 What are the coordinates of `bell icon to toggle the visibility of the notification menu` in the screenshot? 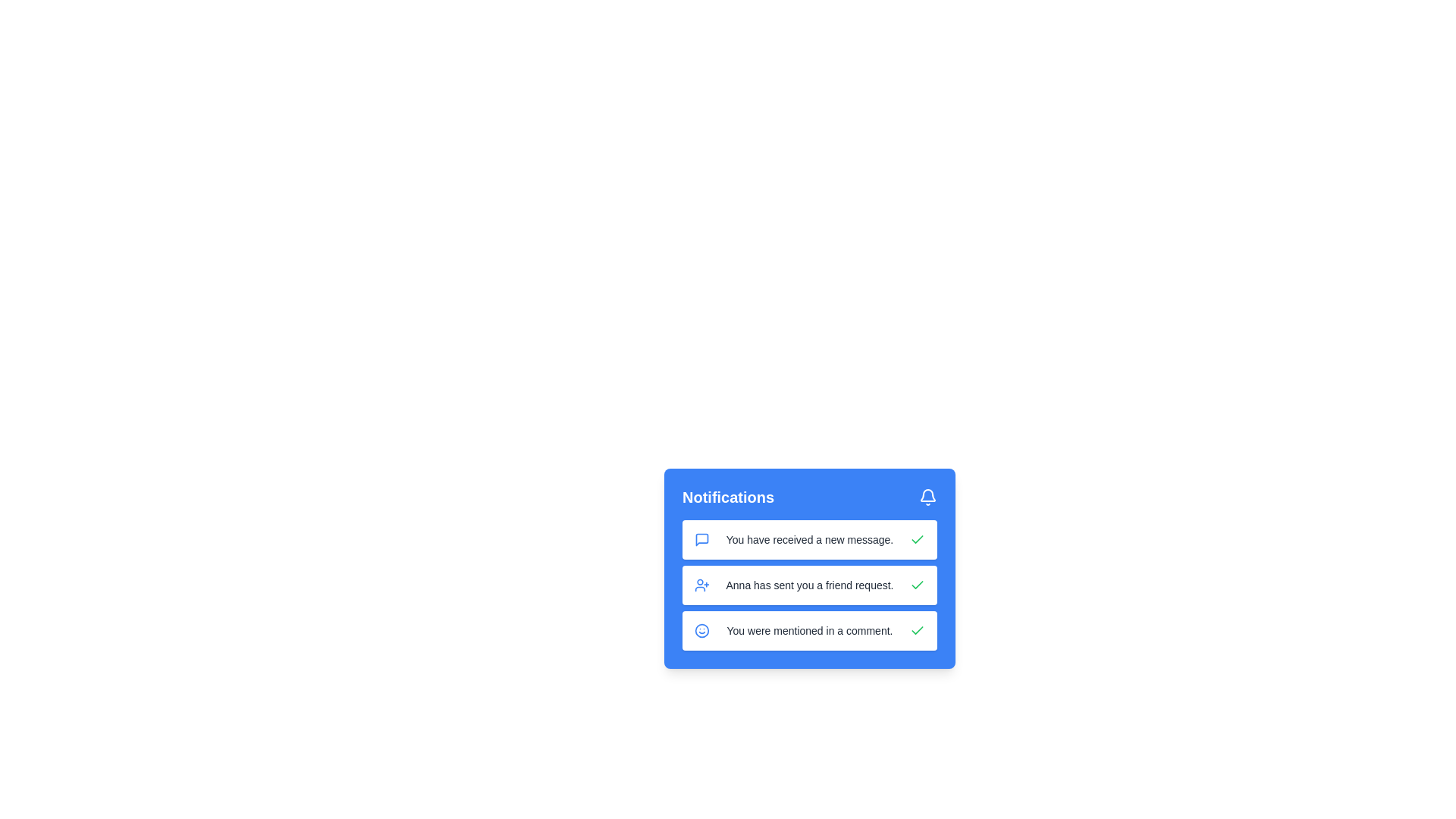 It's located at (927, 497).